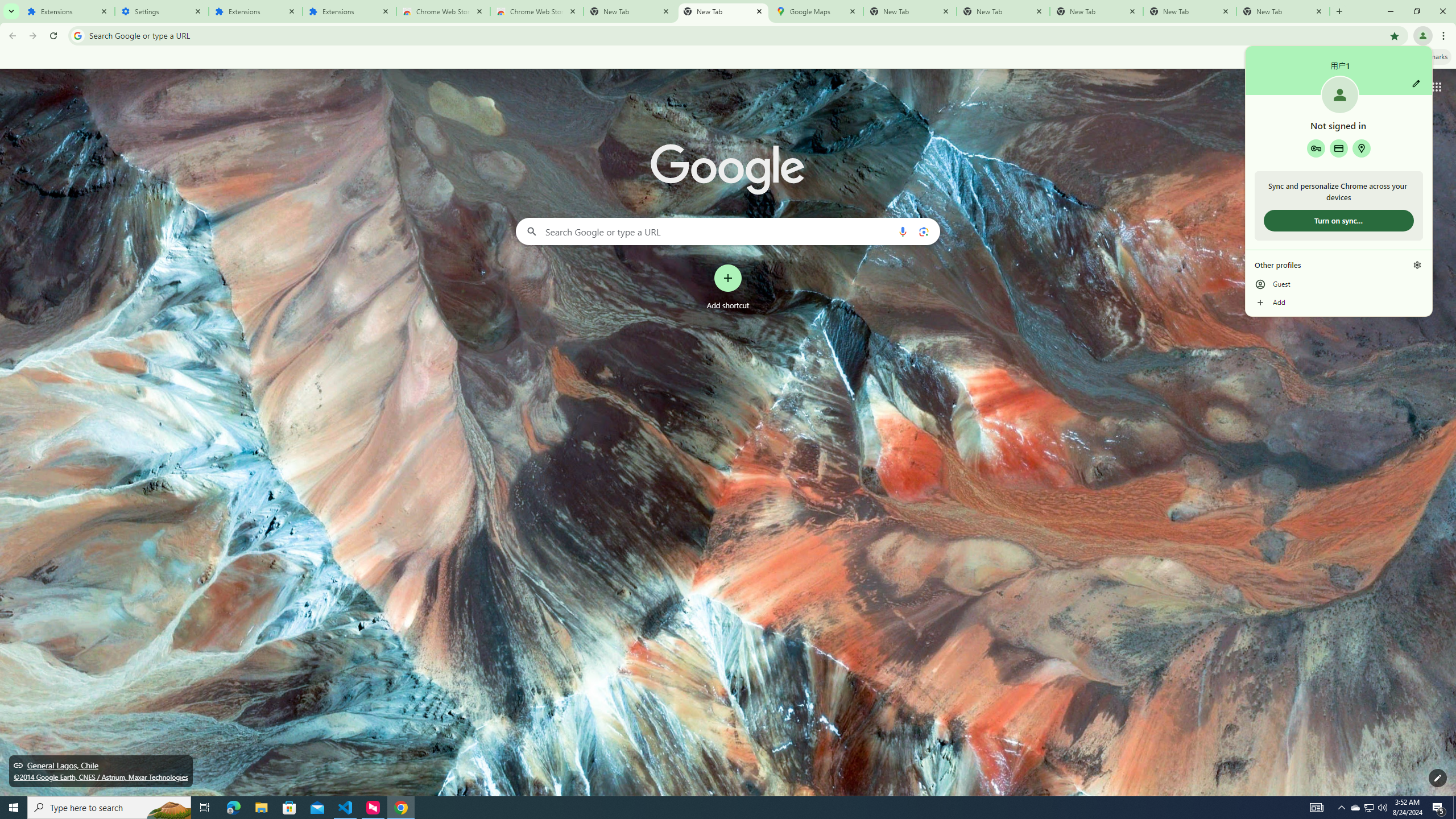 The image size is (1456, 819). Describe the element at coordinates (902, 230) in the screenshot. I see `'Search by voice'` at that location.